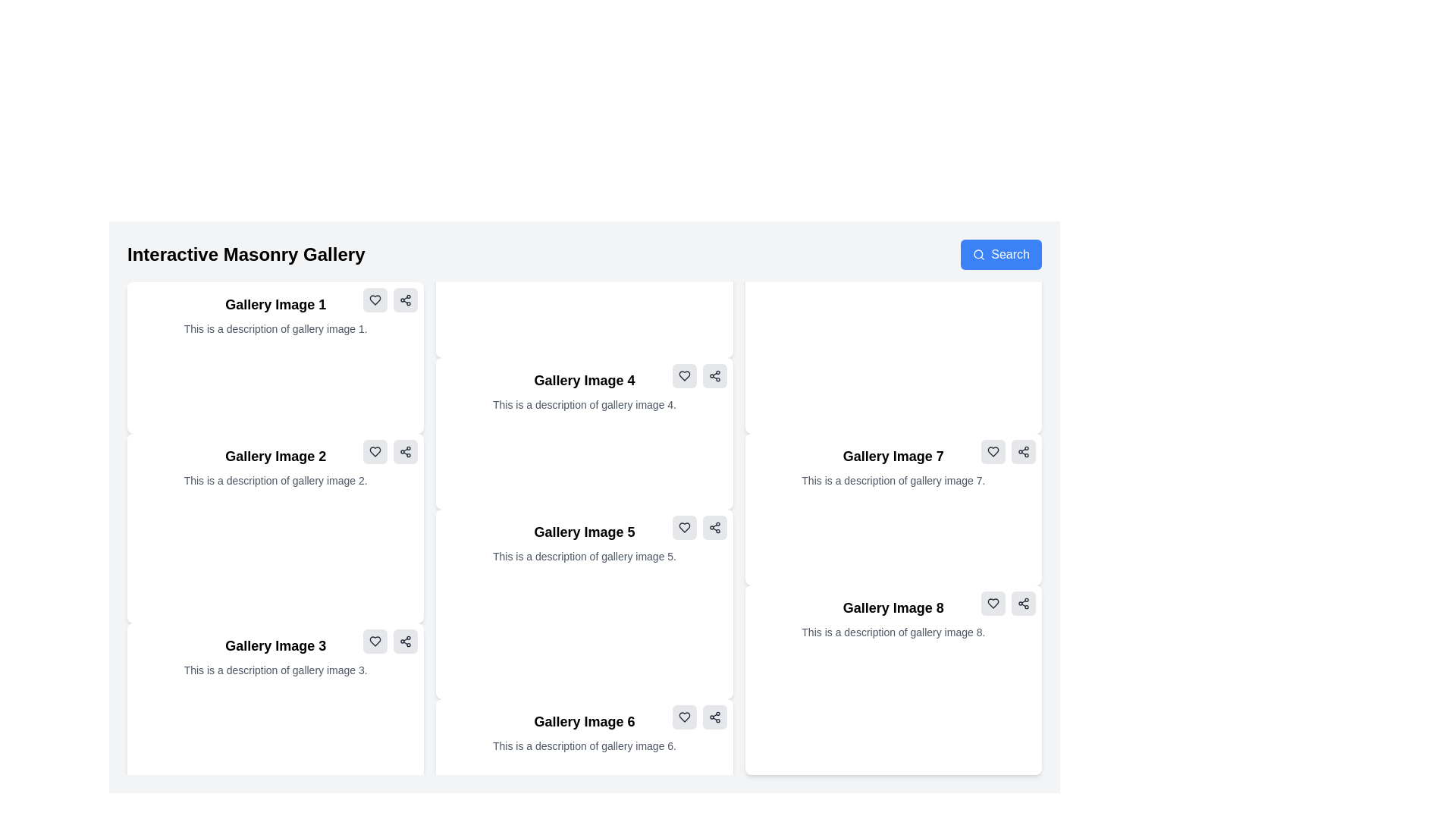  Describe the element at coordinates (993, 451) in the screenshot. I see `the heart-shaped icon button located at the top-right corner of the 'Gallery Image 7' card` at that location.